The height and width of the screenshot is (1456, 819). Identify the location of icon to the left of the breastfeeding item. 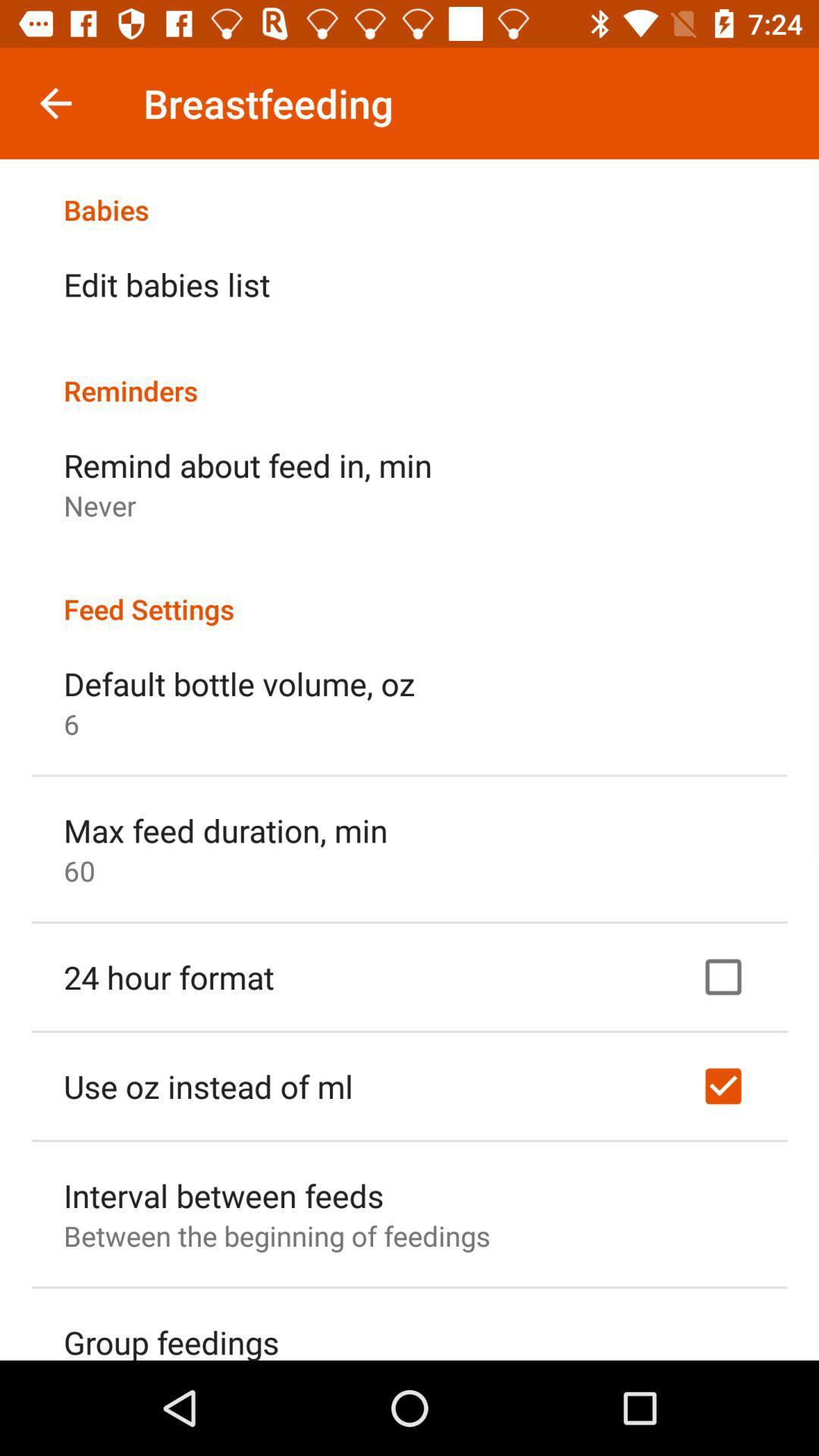
(55, 102).